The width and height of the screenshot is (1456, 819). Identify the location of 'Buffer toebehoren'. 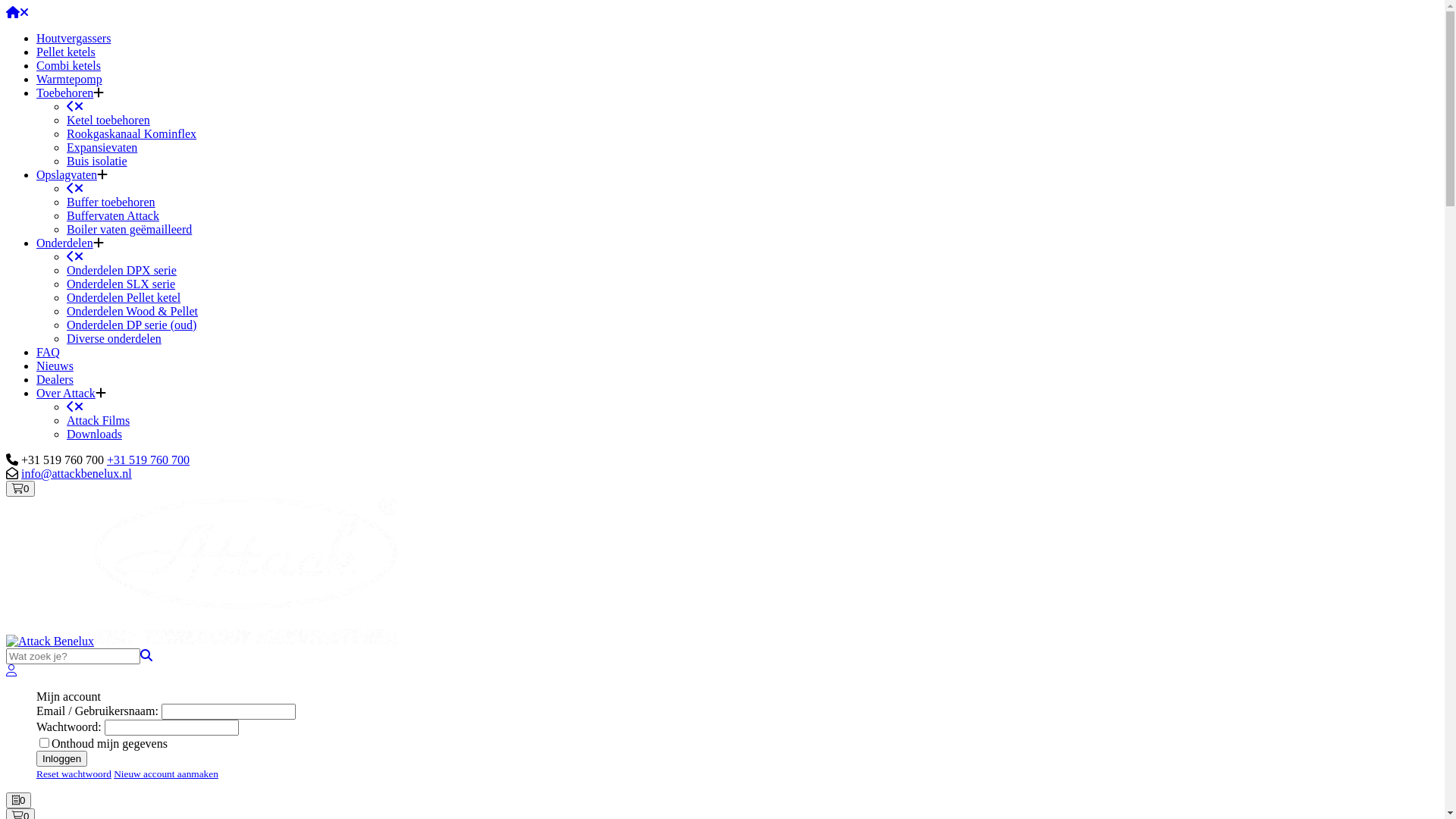
(110, 201).